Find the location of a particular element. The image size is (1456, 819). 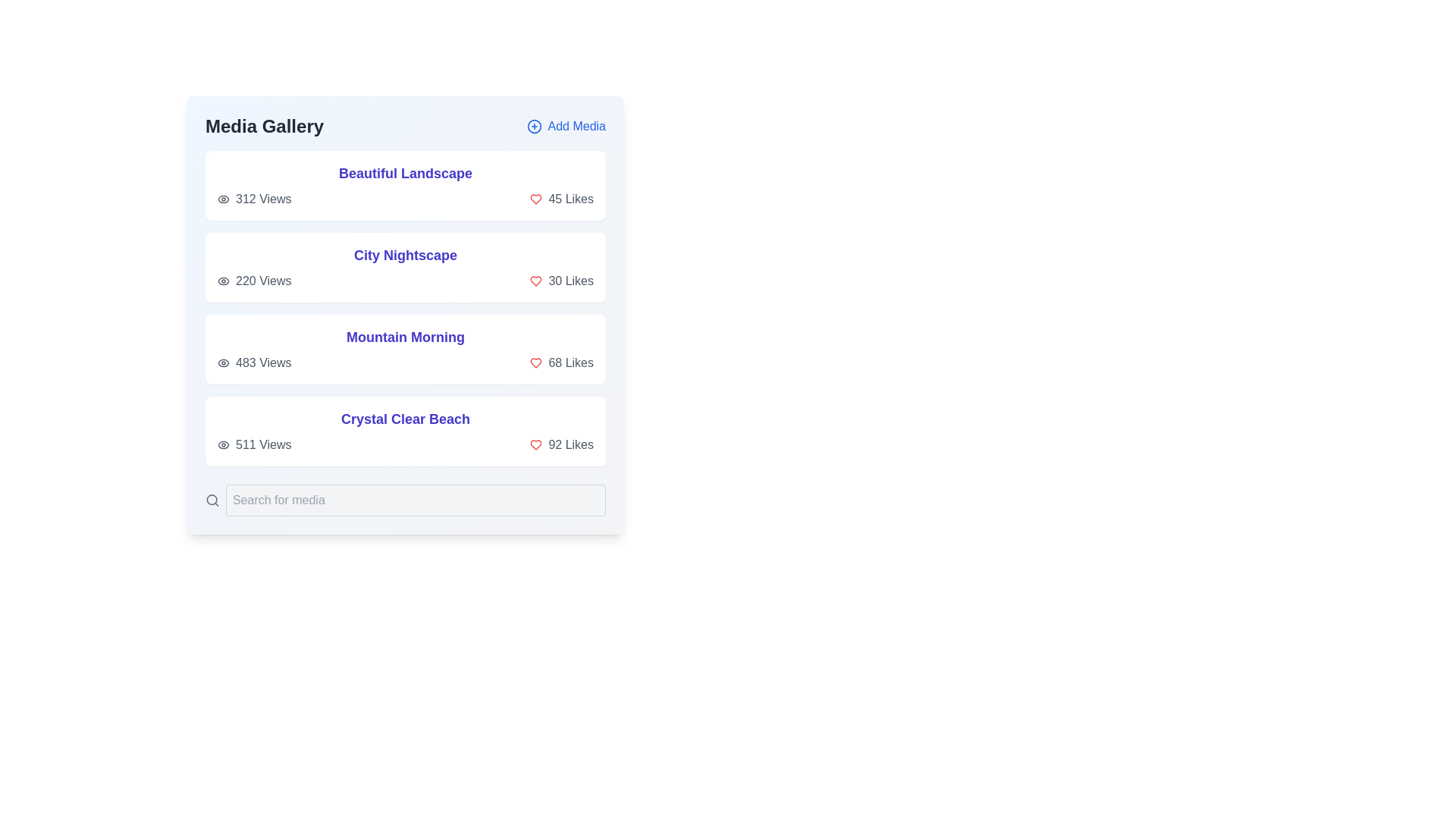

the views icon for the item titled City Nightscape is located at coordinates (222, 281).